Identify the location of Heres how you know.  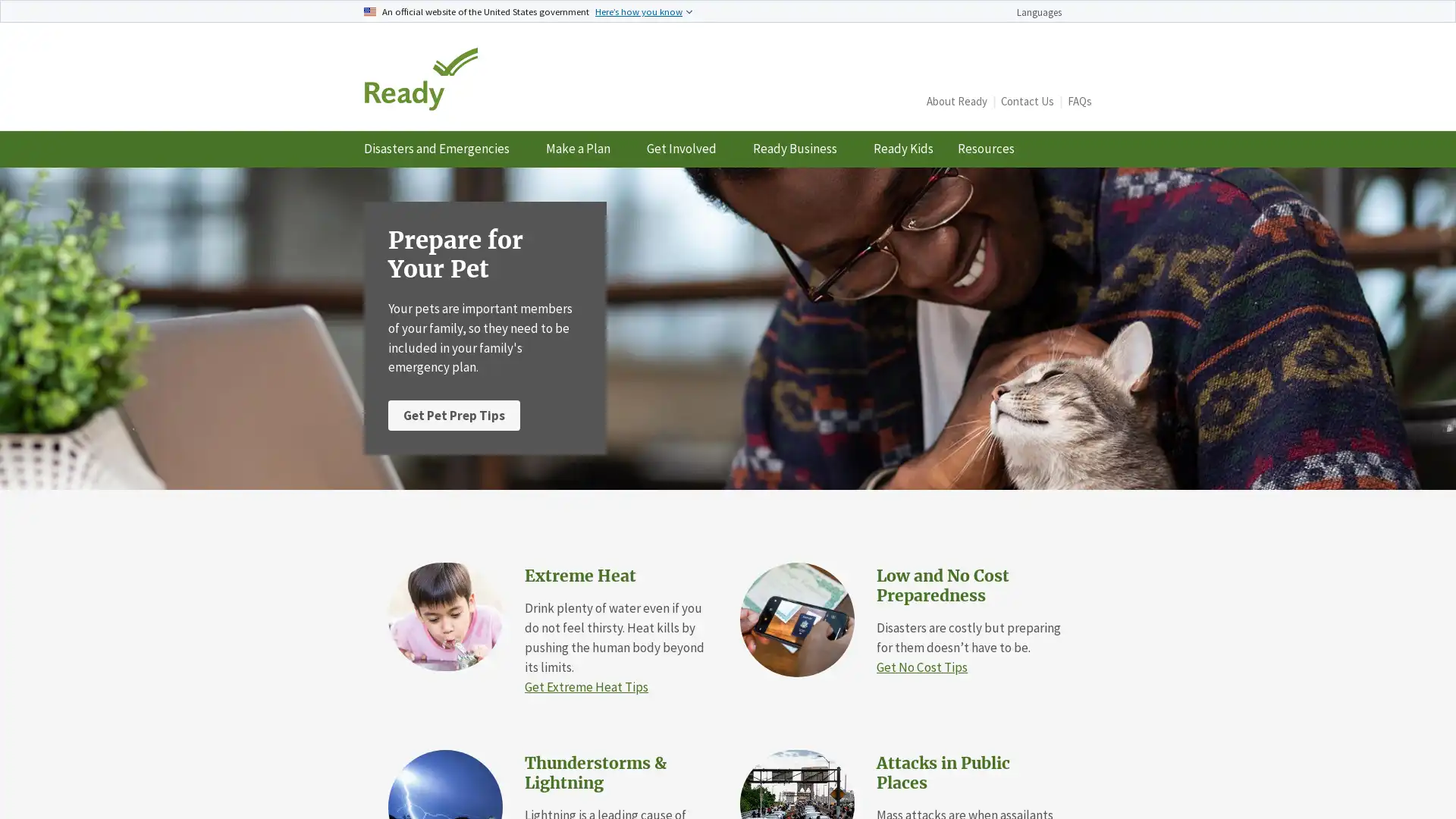
(644, 11).